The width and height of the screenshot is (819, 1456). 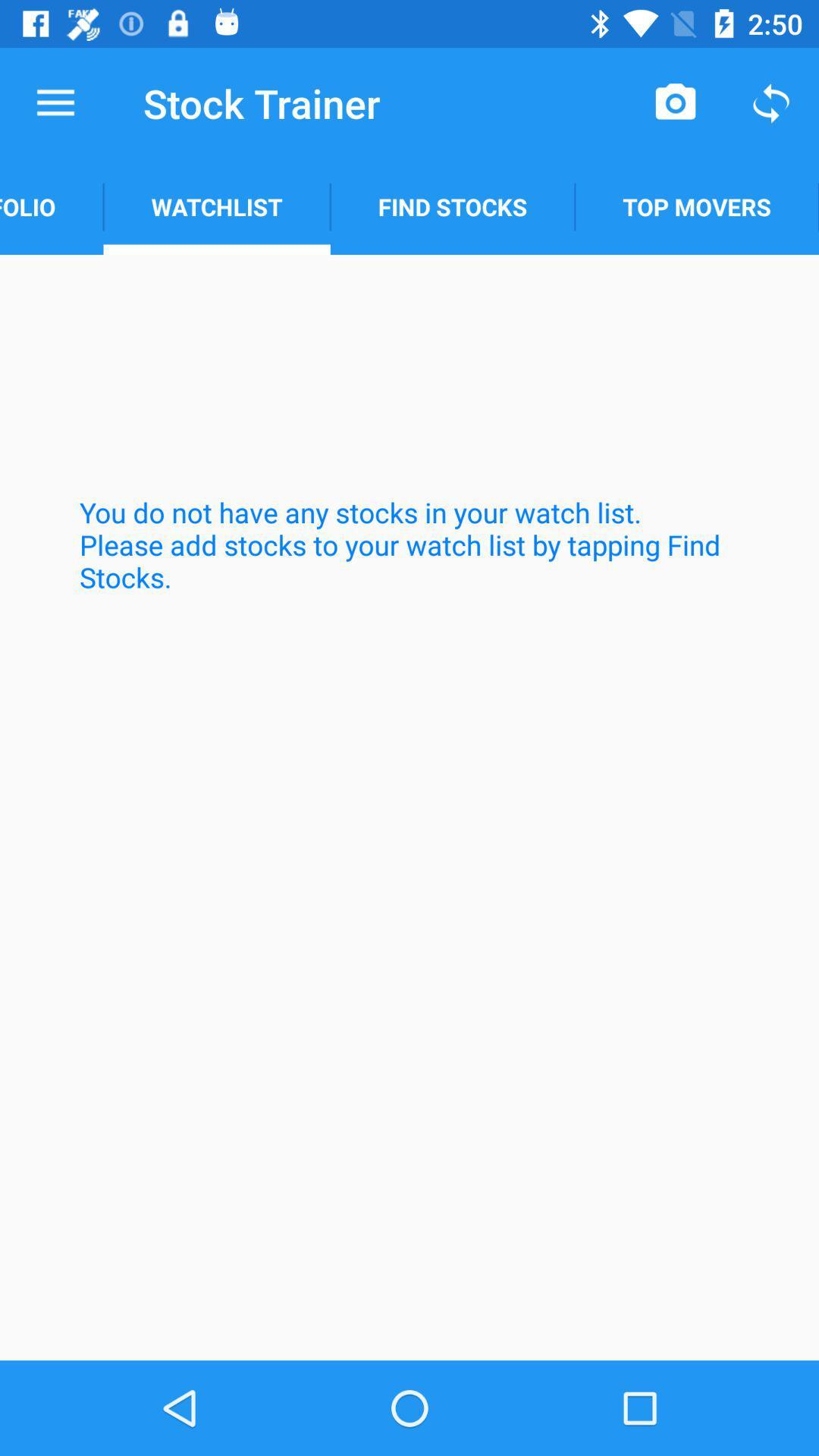 I want to click on the item next to the find stocks app, so click(x=217, y=206).